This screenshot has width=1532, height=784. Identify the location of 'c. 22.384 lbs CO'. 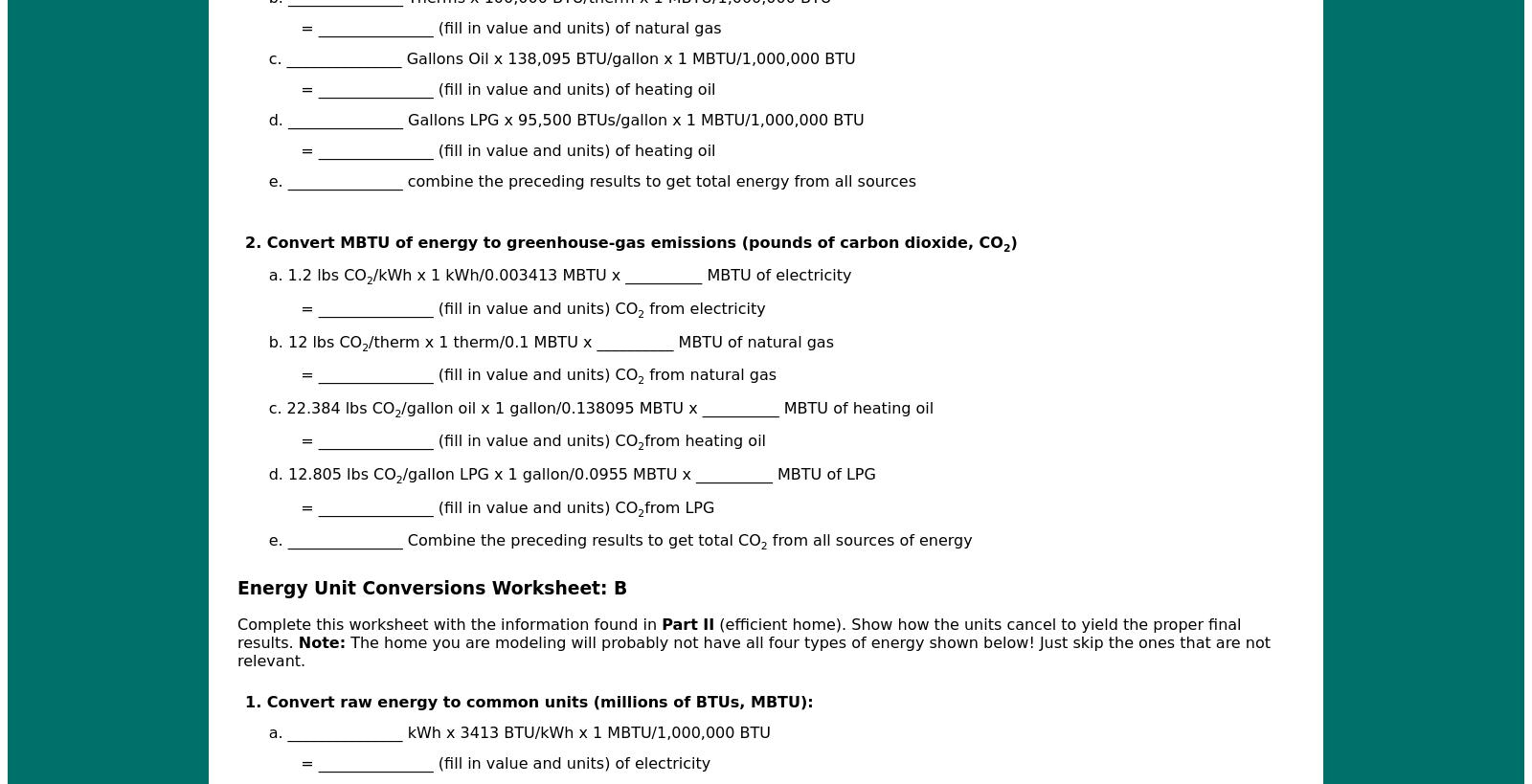
(330, 407).